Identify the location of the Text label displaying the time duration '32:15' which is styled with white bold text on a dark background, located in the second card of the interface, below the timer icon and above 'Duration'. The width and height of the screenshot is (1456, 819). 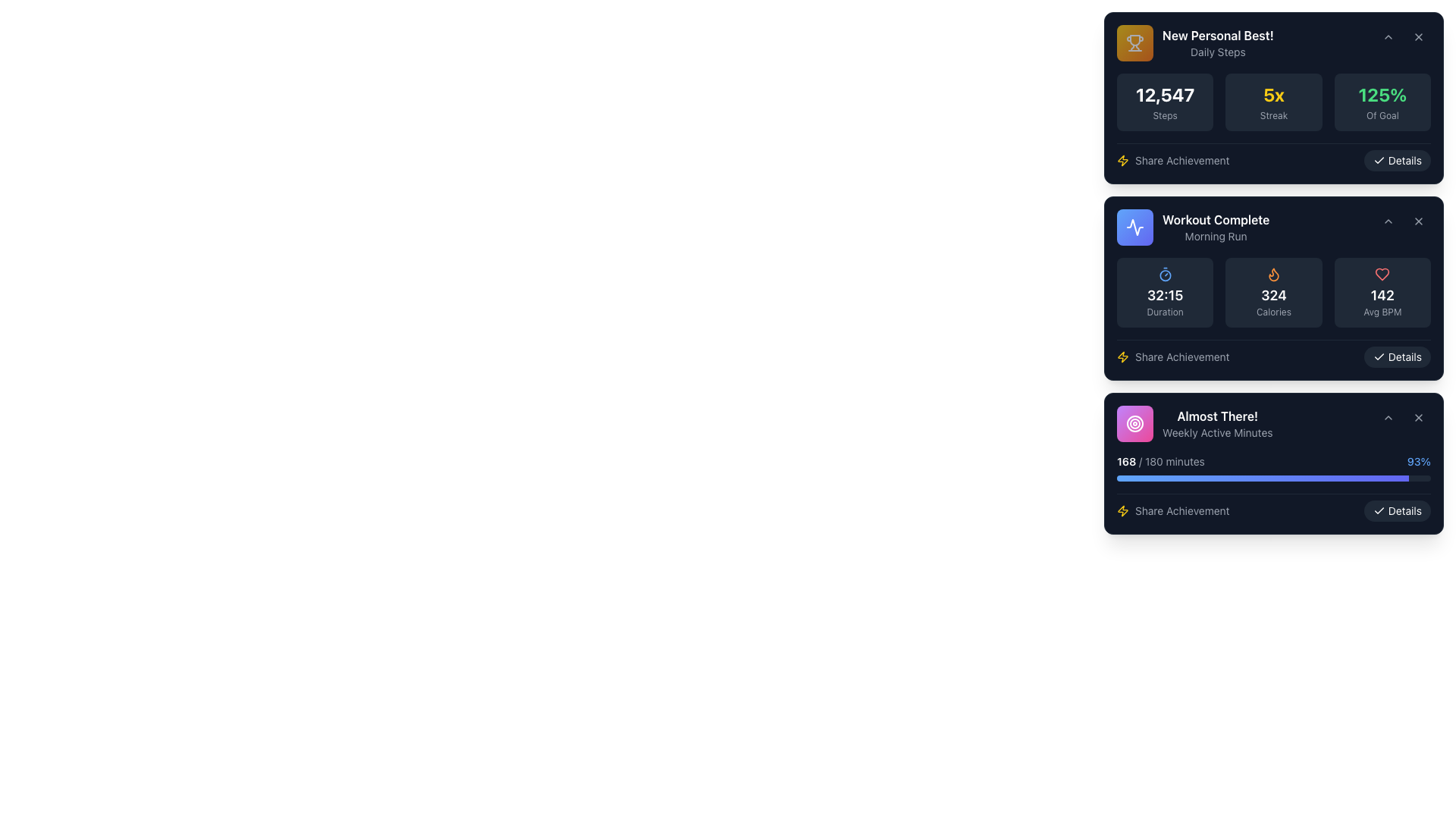
(1164, 295).